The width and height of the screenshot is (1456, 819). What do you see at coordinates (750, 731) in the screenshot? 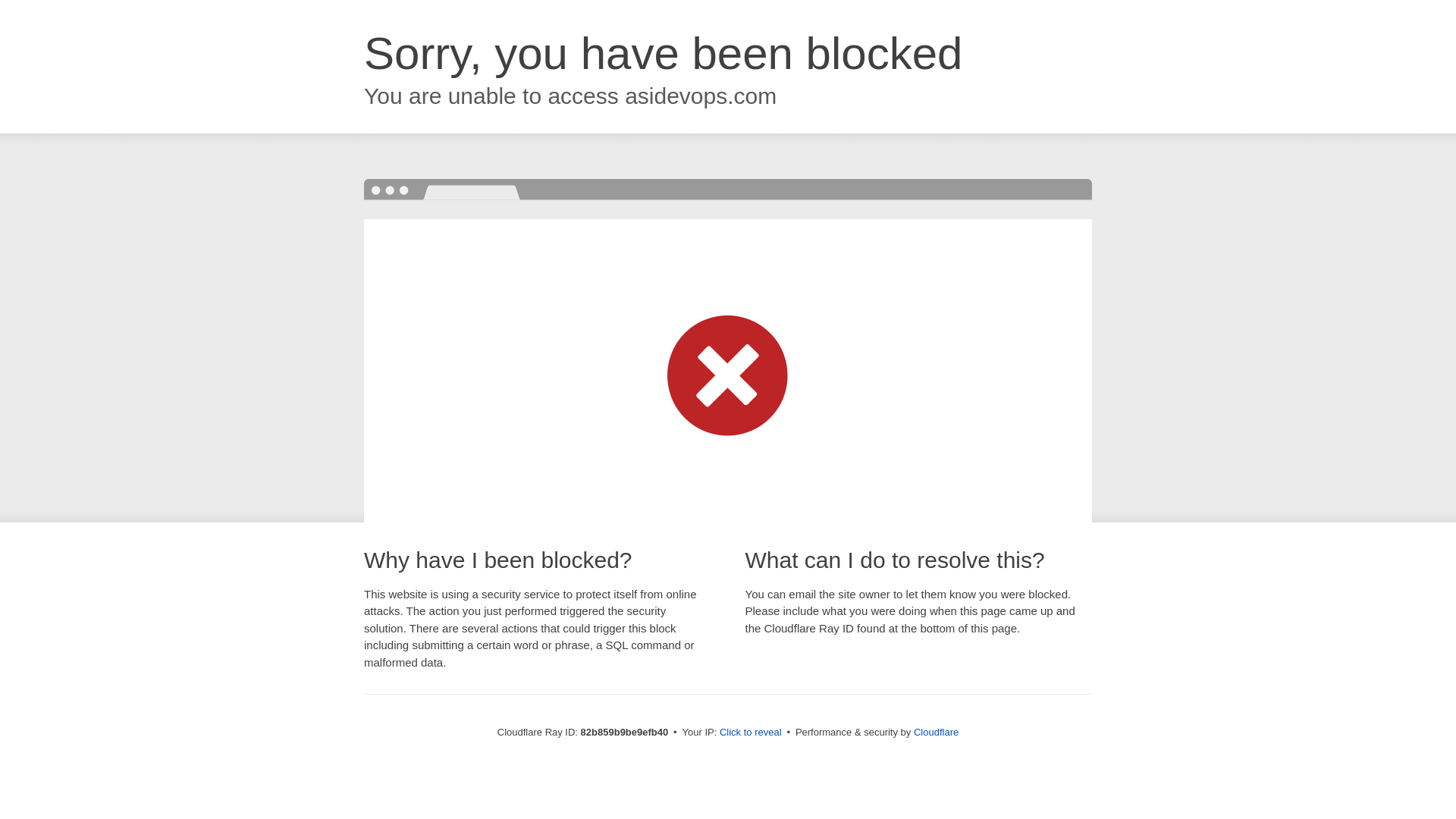
I see `'Click to reveal'` at bounding box center [750, 731].